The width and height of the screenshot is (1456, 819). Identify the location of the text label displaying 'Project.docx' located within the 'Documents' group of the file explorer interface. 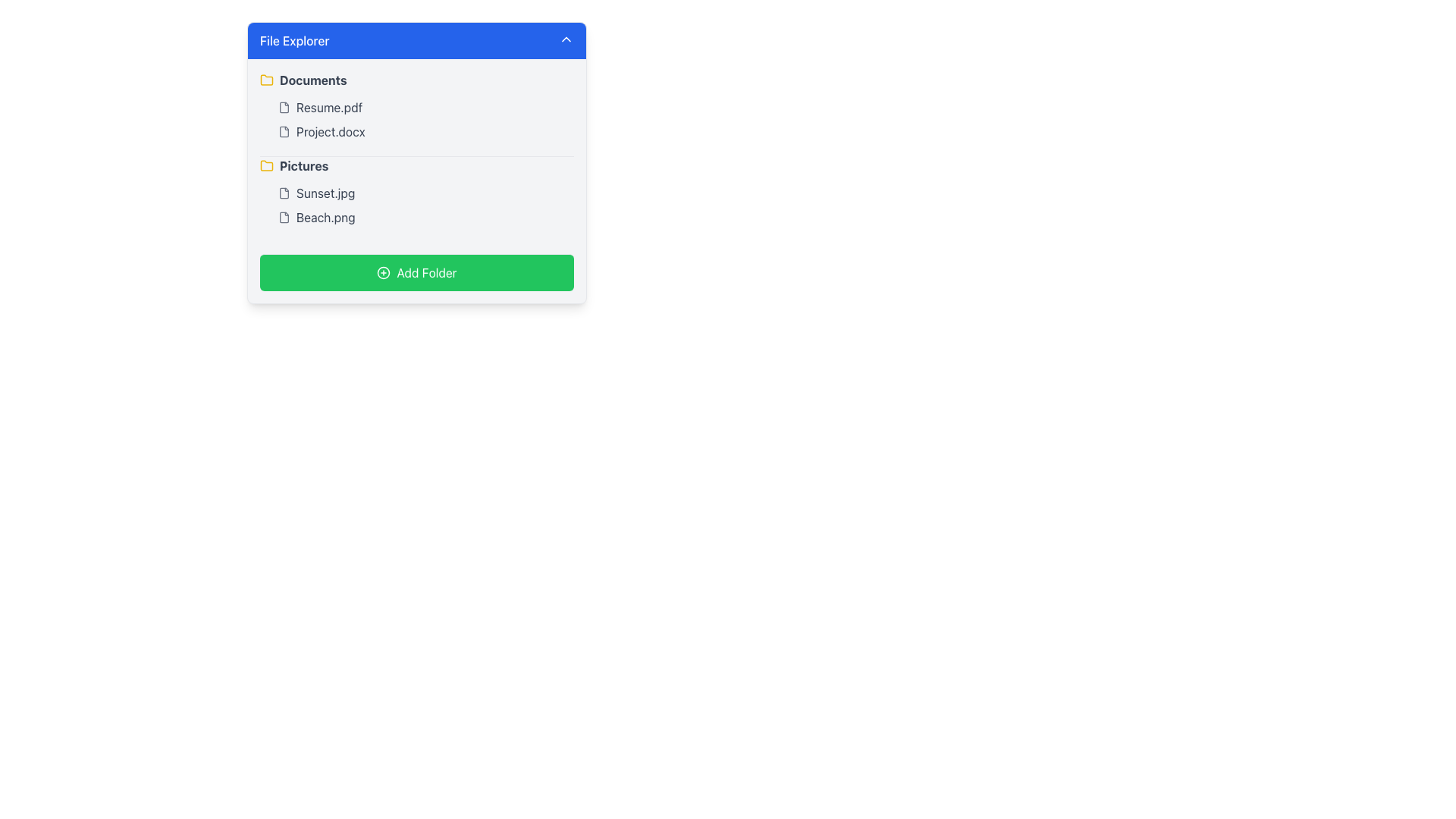
(330, 130).